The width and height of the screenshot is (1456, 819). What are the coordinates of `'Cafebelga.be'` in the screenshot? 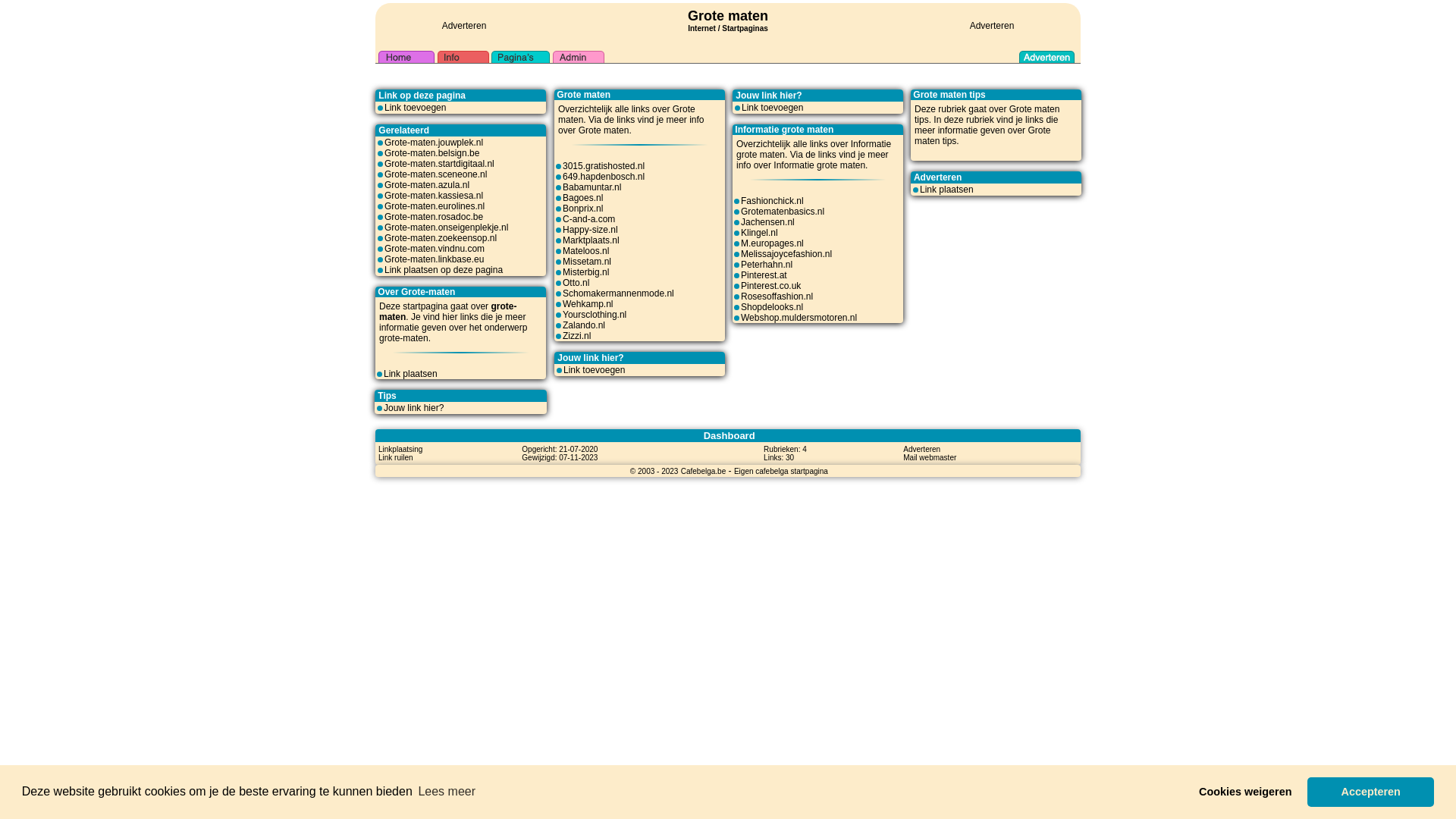 It's located at (702, 470).